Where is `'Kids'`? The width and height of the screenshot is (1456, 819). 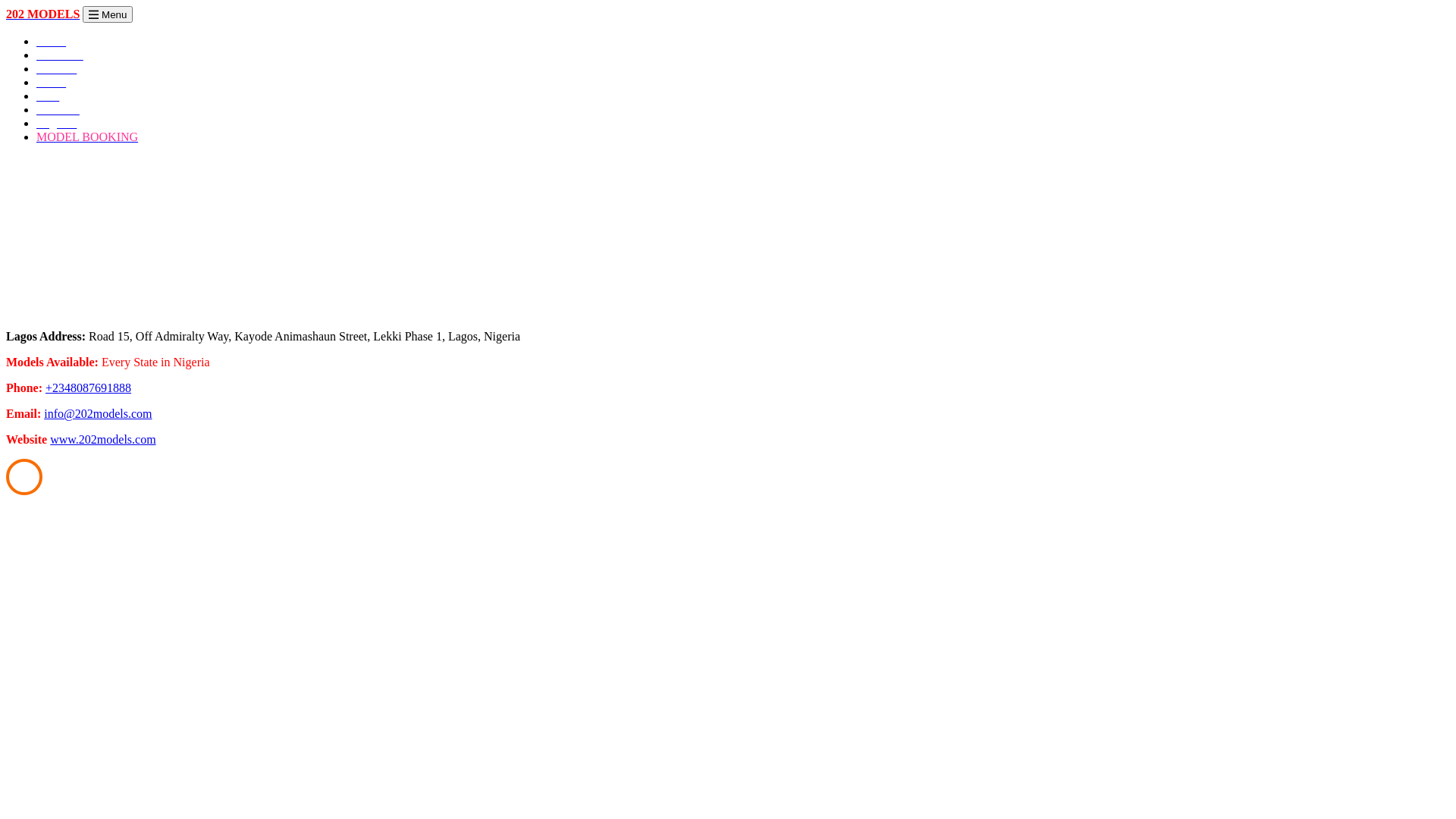
'Kids' is located at coordinates (47, 96).